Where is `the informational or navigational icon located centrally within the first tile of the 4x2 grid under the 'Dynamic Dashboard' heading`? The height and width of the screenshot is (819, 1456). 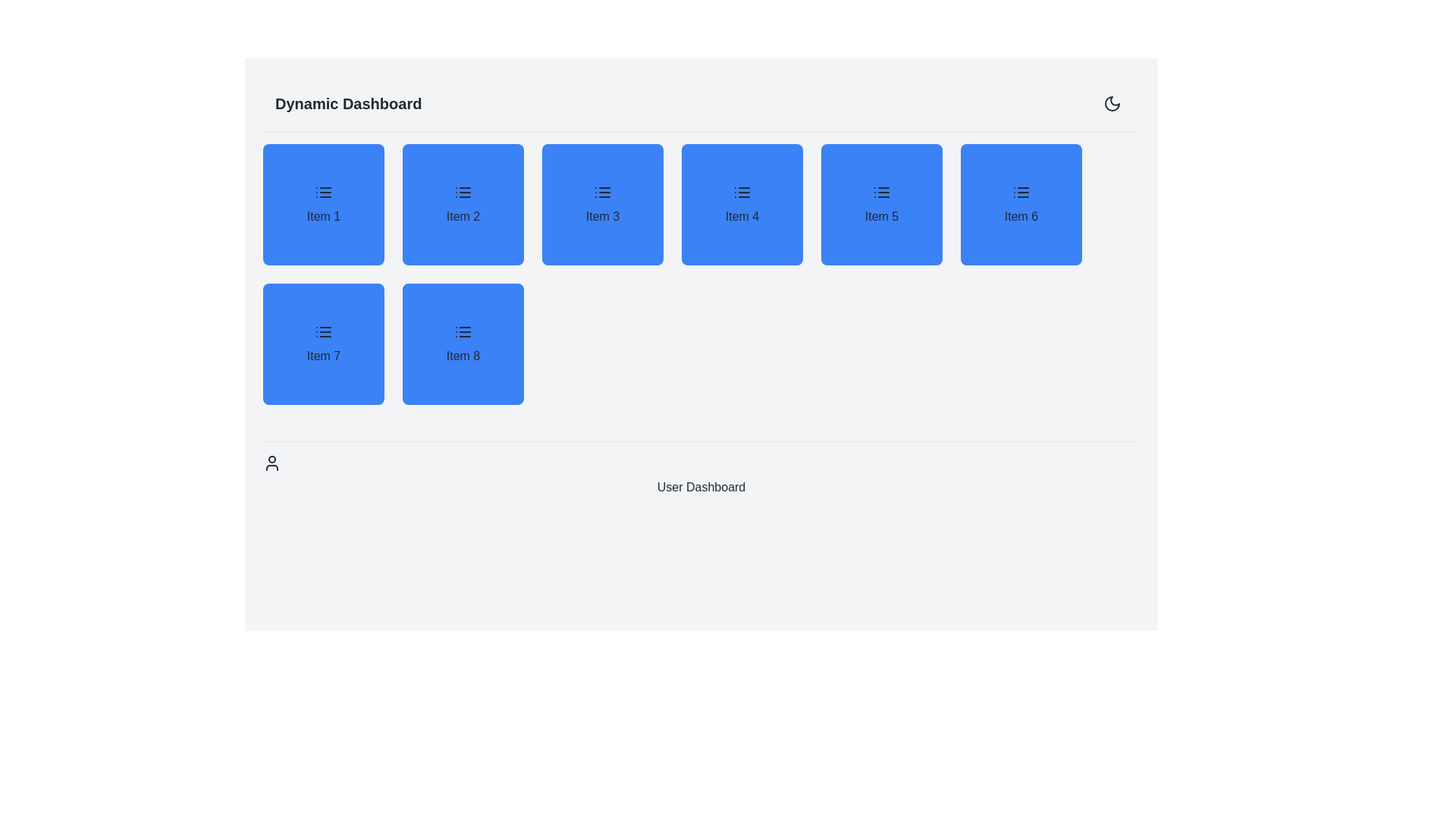
the informational or navigational icon located centrally within the first tile of the 4x2 grid under the 'Dynamic Dashboard' heading is located at coordinates (323, 192).